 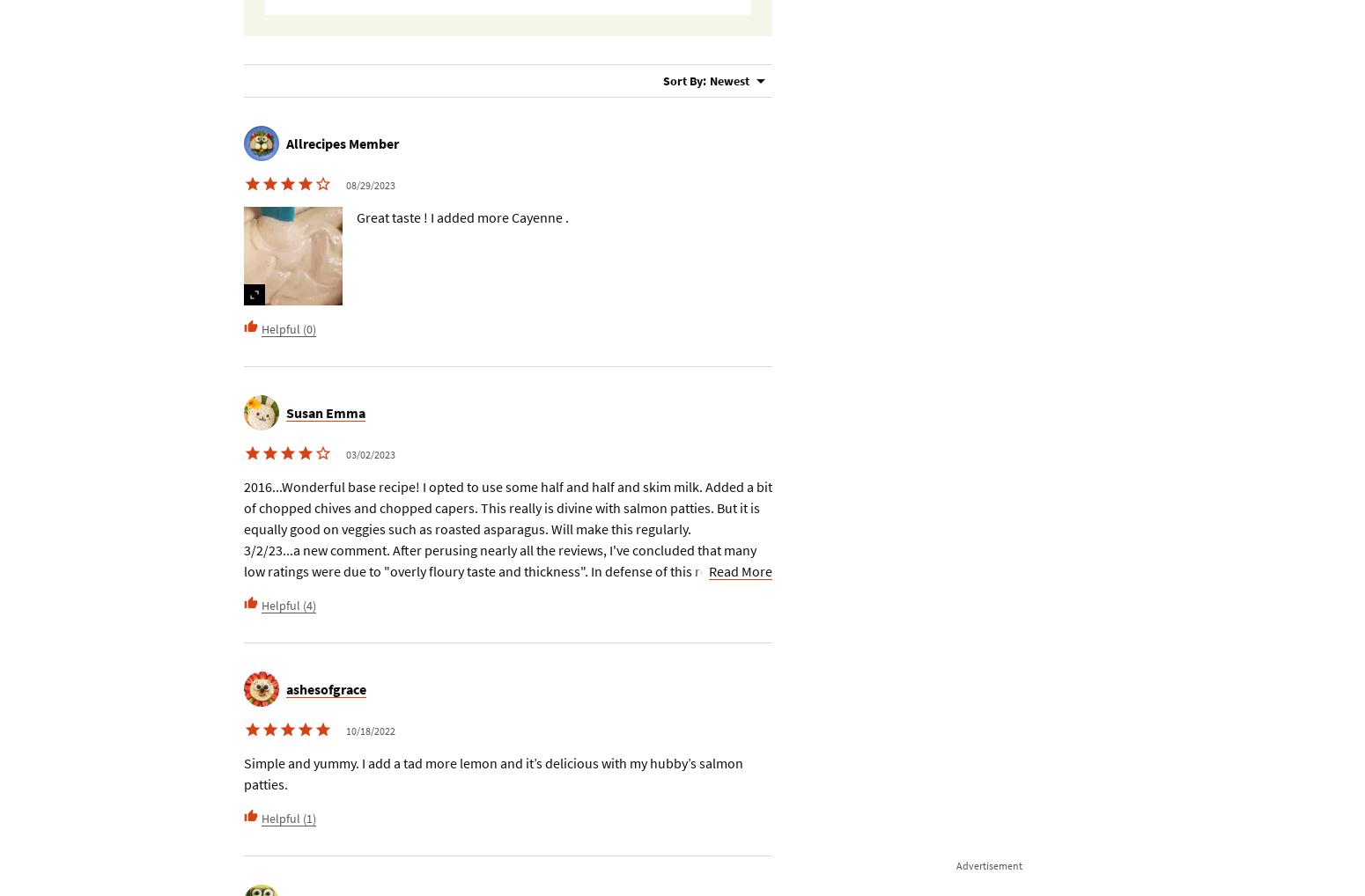 What do you see at coordinates (324, 412) in the screenshot?
I see `'Susan Emma'` at bounding box center [324, 412].